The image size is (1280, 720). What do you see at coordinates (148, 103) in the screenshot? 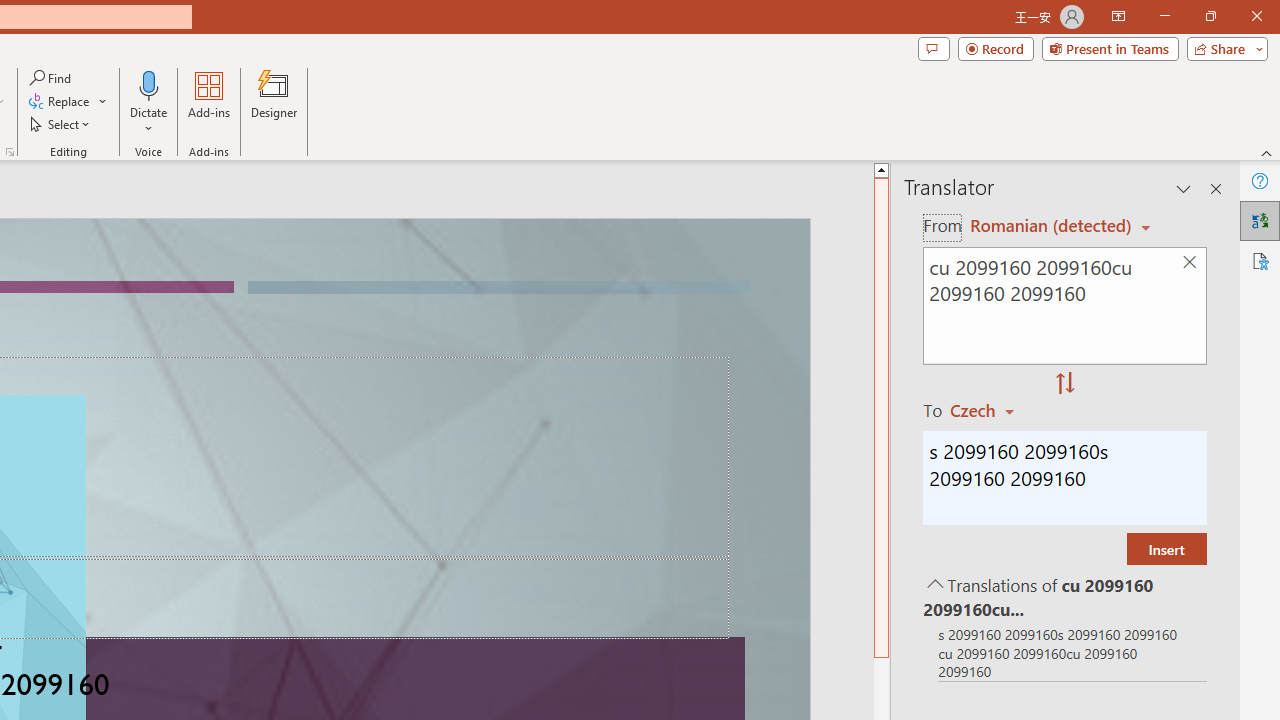
I see `'Dictate'` at bounding box center [148, 103].